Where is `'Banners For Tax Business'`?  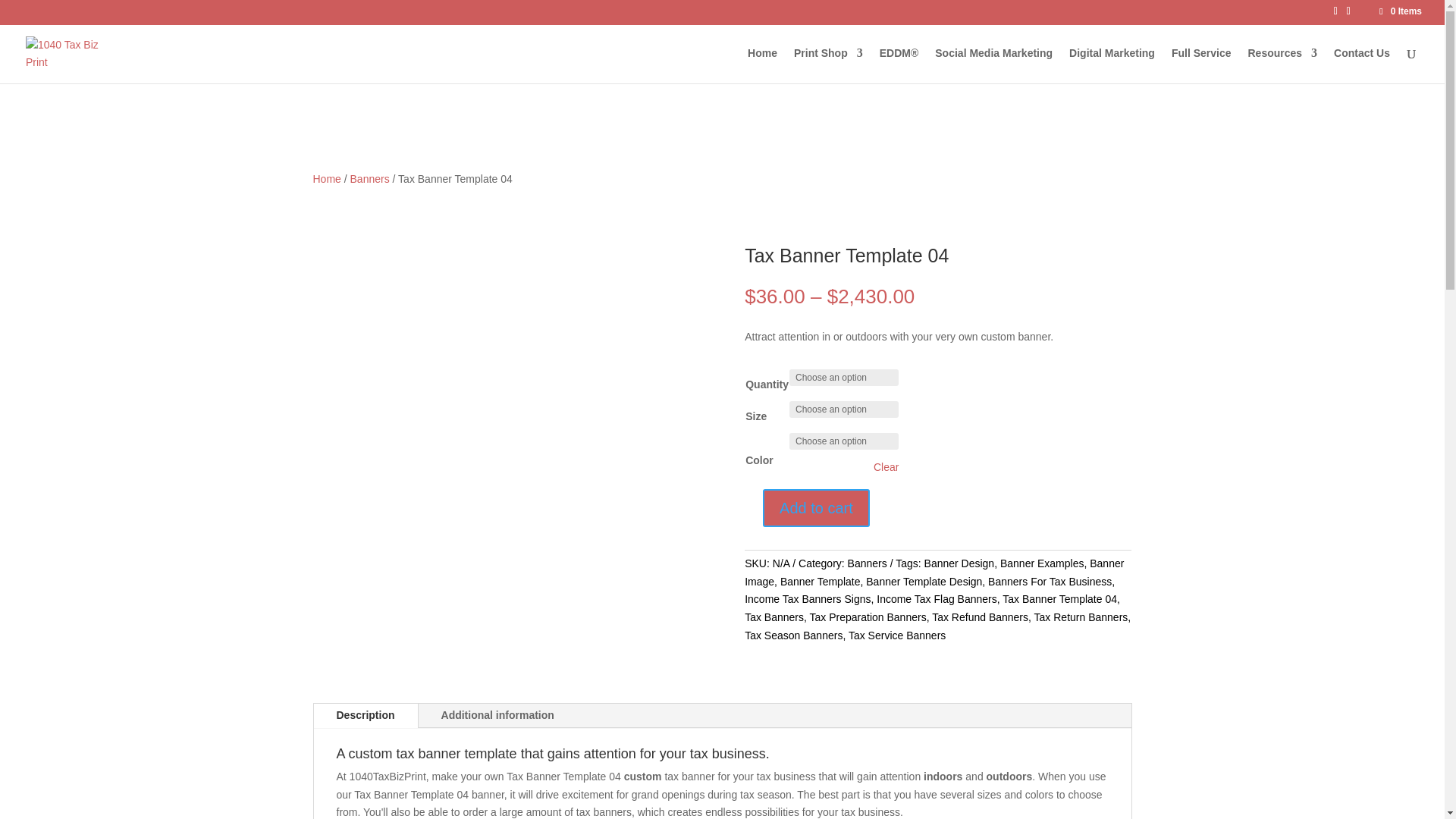
'Banners For Tax Business' is located at coordinates (1049, 581).